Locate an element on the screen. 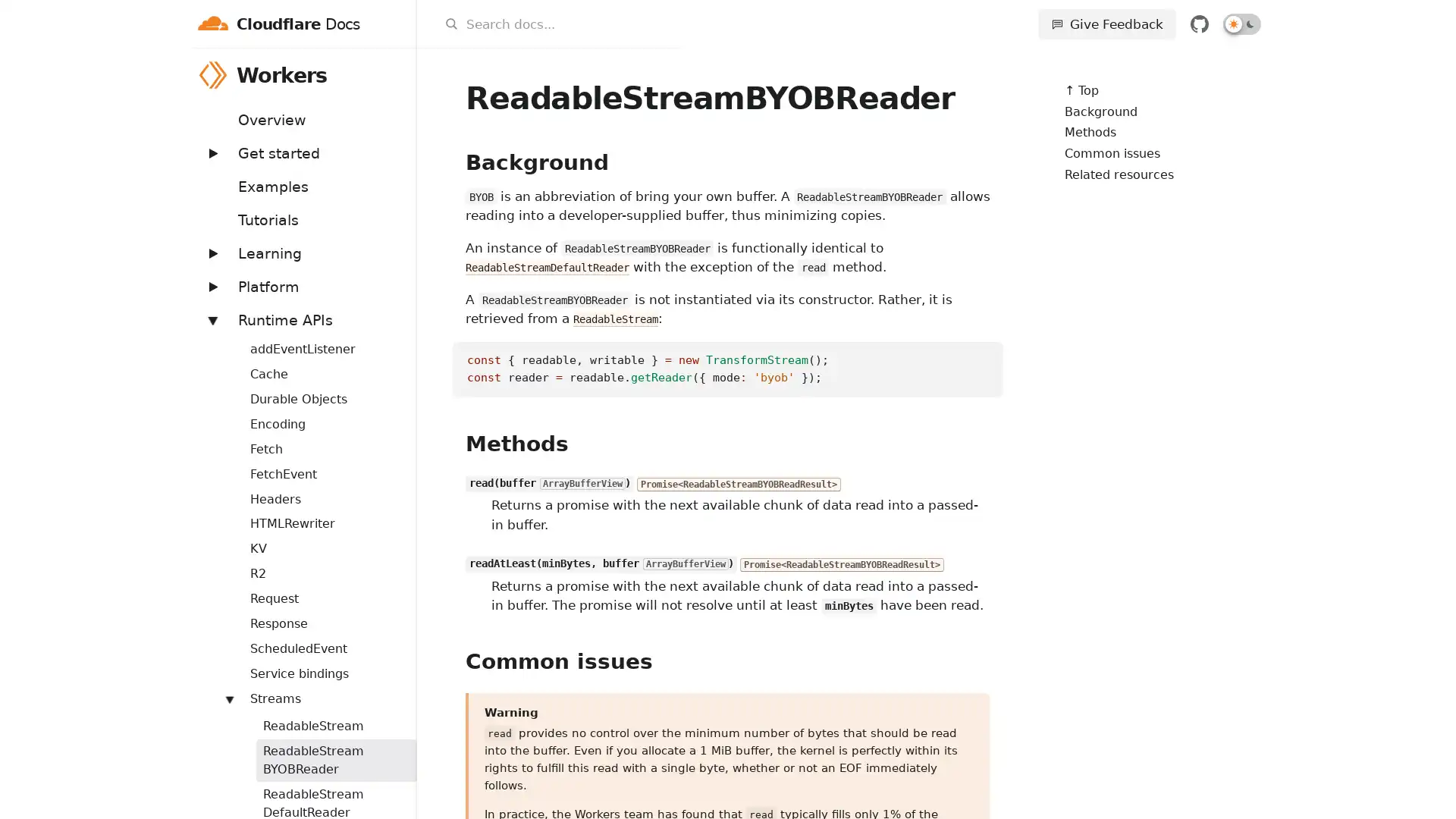 The height and width of the screenshot is (819, 1456). Give Feedback is located at coordinates (1106, 24).